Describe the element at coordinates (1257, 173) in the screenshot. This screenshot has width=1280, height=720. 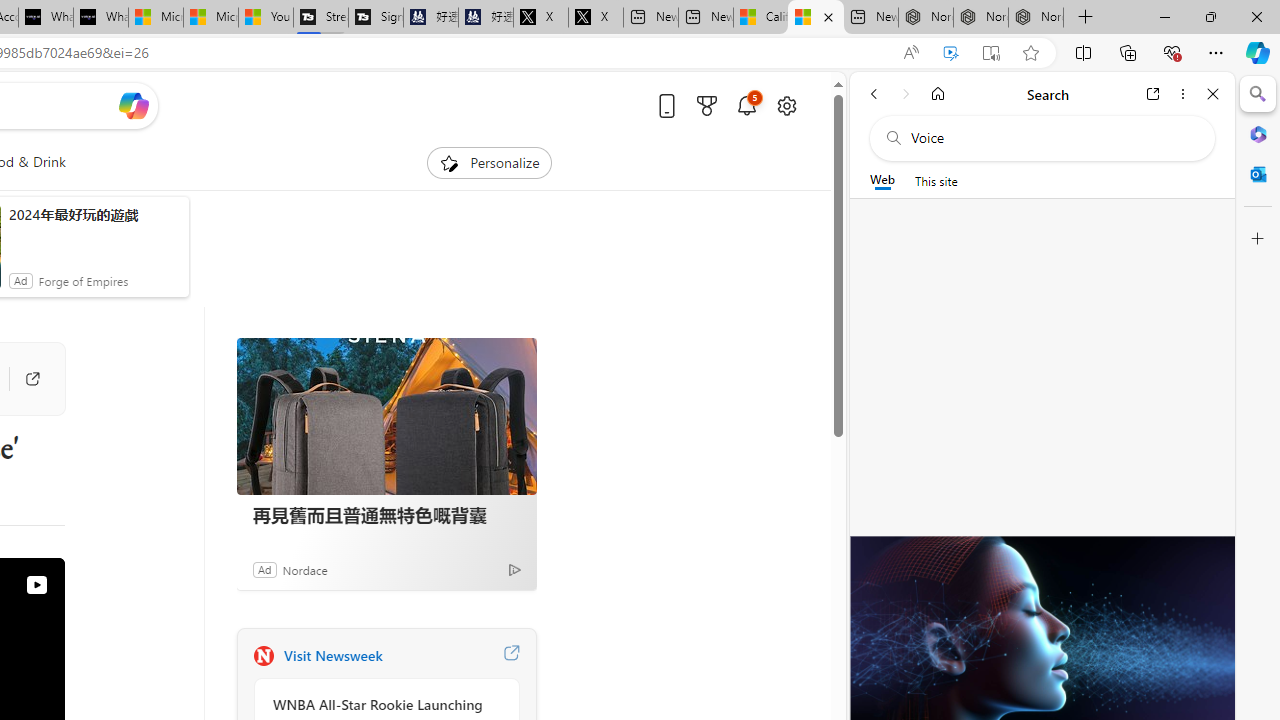
I see `'Outlook'` at that location.